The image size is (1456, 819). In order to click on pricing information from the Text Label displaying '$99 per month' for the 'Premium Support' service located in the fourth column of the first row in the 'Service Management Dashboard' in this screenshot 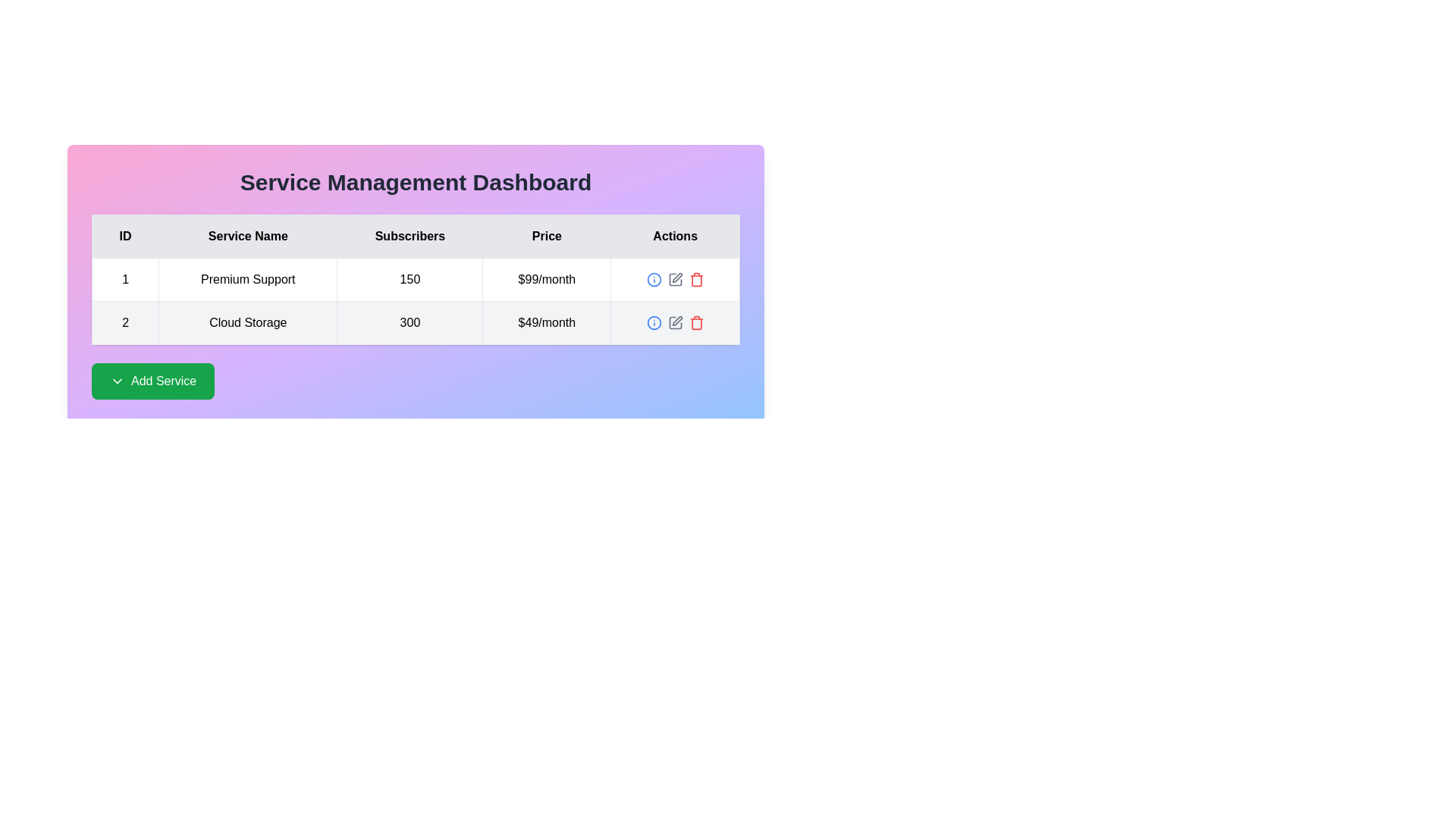, I will do `click(546, 280)`.